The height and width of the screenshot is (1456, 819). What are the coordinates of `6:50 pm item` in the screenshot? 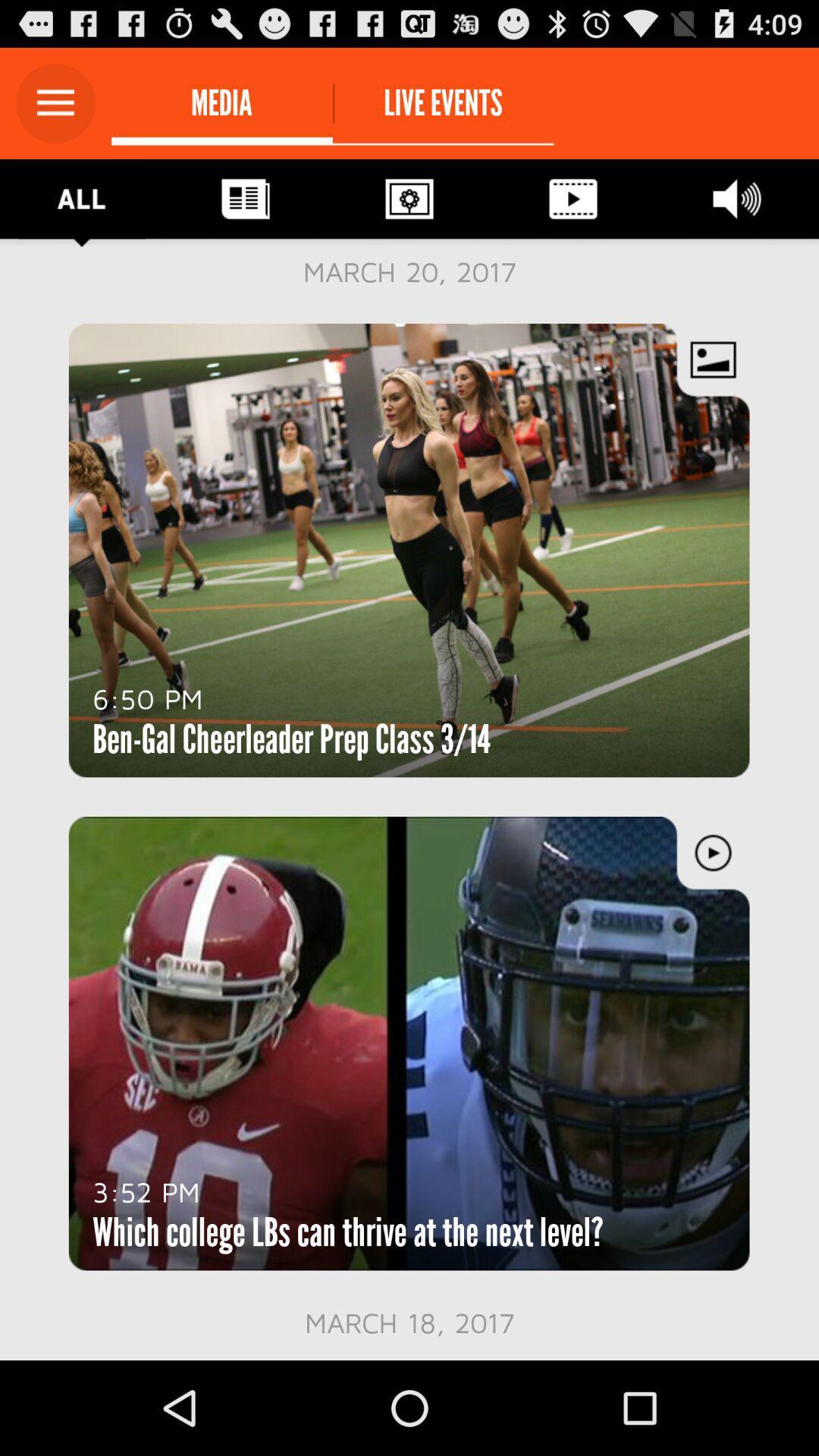 It's located at (148, 698).